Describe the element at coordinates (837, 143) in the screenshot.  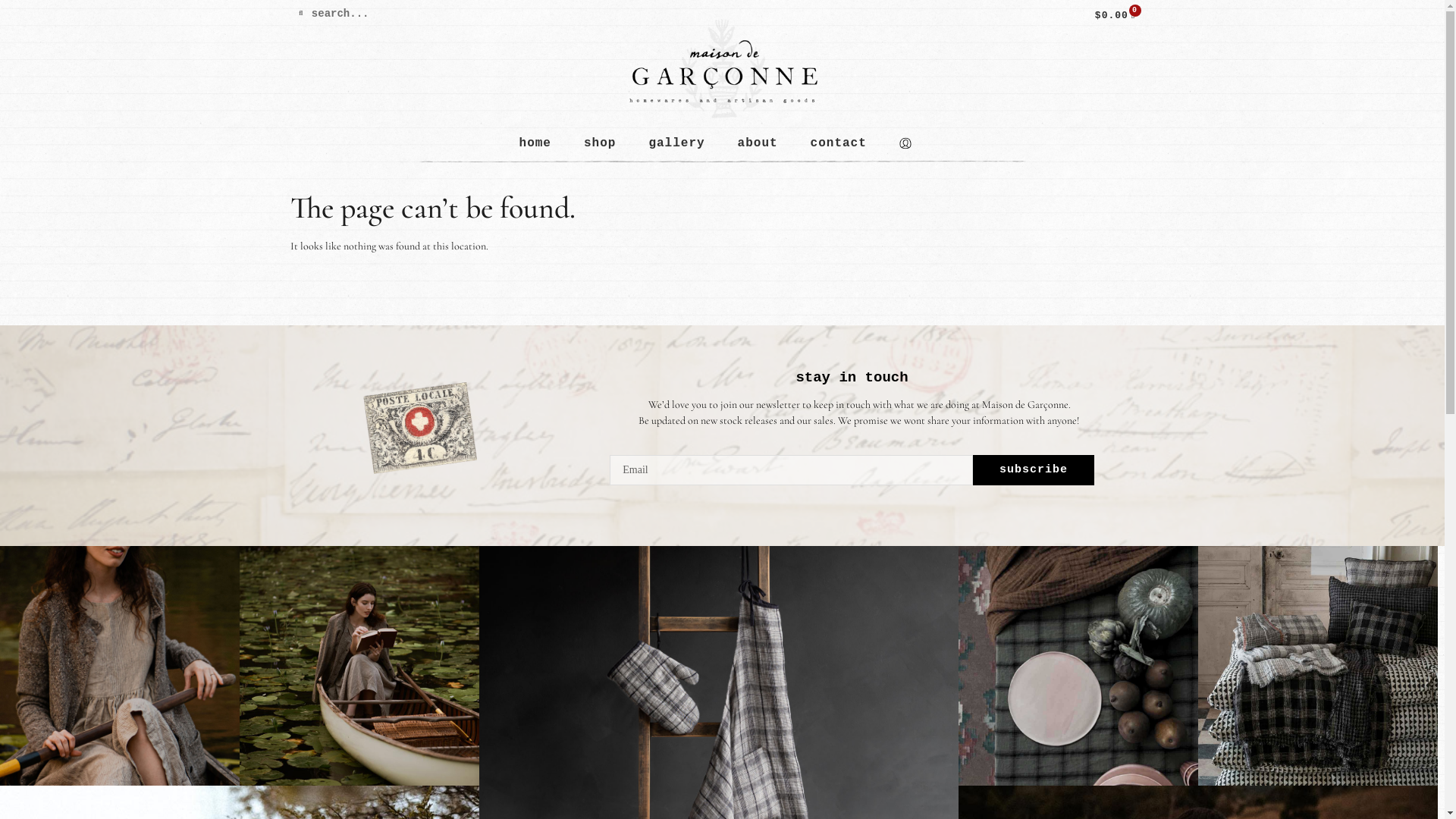
I see `'contact'` at that location.